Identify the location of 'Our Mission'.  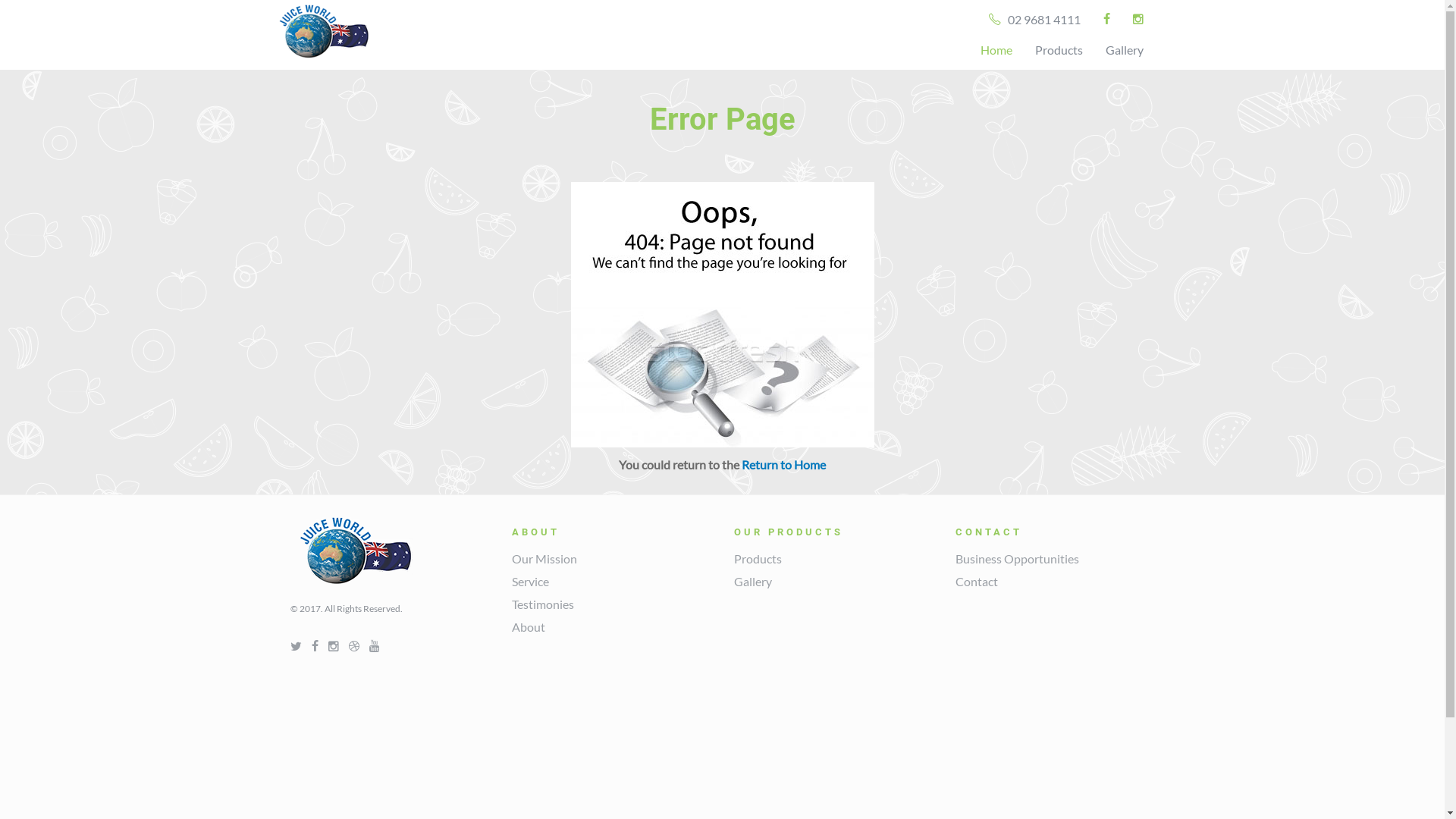
(544, 558).